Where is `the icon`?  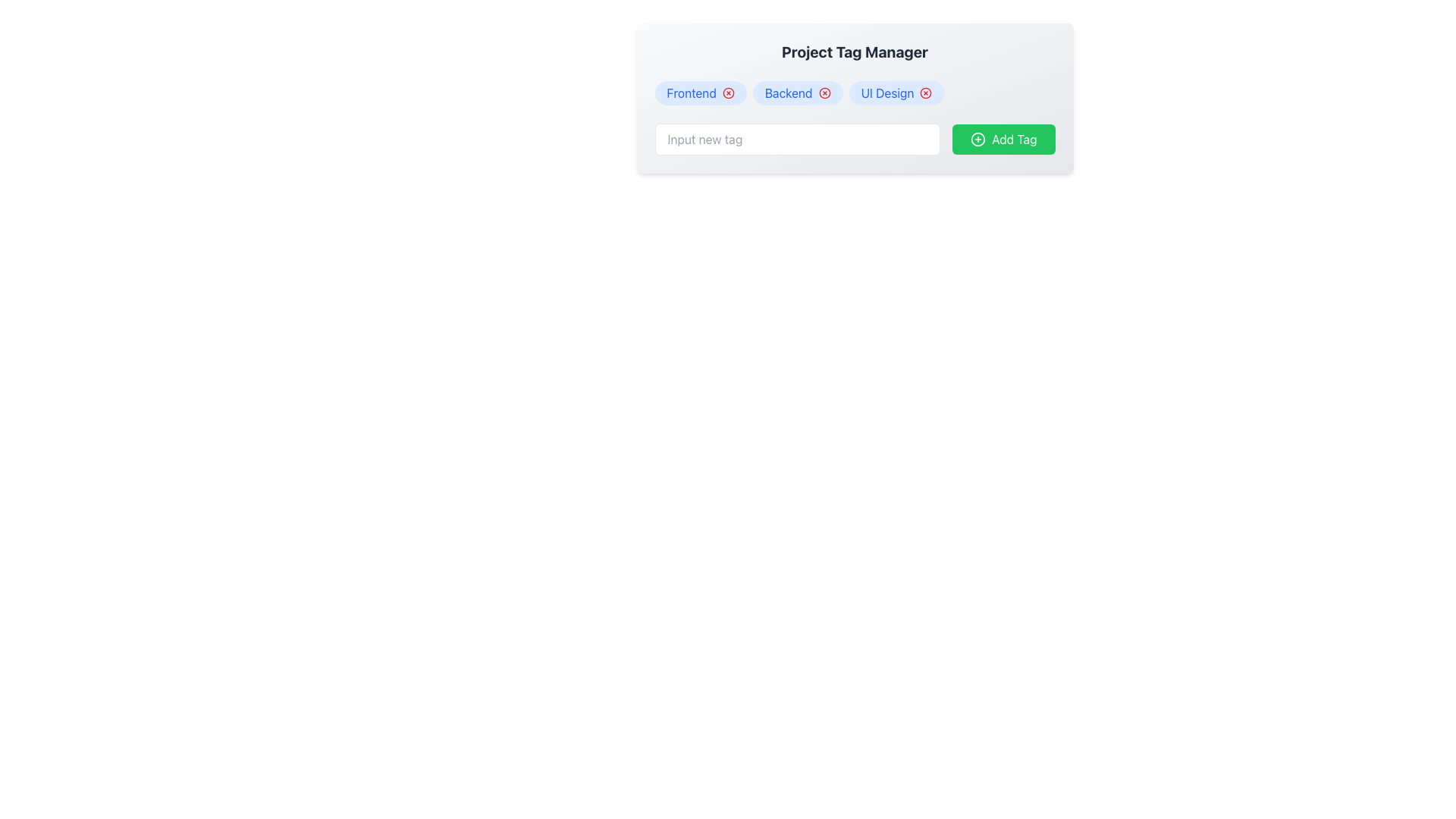
the icon is located at coordinates (824, 93).